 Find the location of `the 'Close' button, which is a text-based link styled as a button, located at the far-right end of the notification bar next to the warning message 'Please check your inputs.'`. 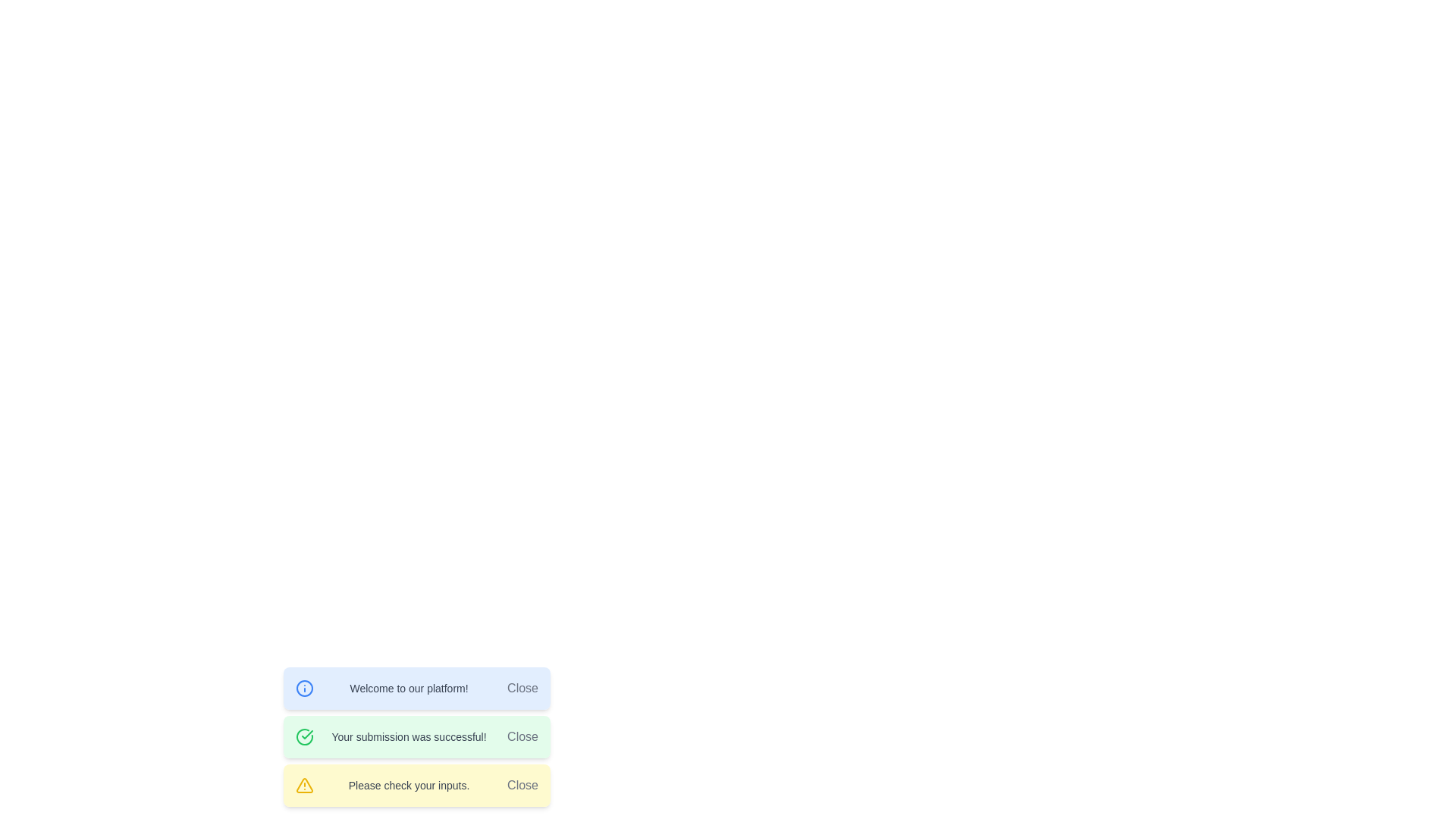

the 'Close' button, which is a text-based link styled as a button, located at the far-right end of the notification bar next to the warning message 'Please check your inputs.' is located at coordinates (522, 785).